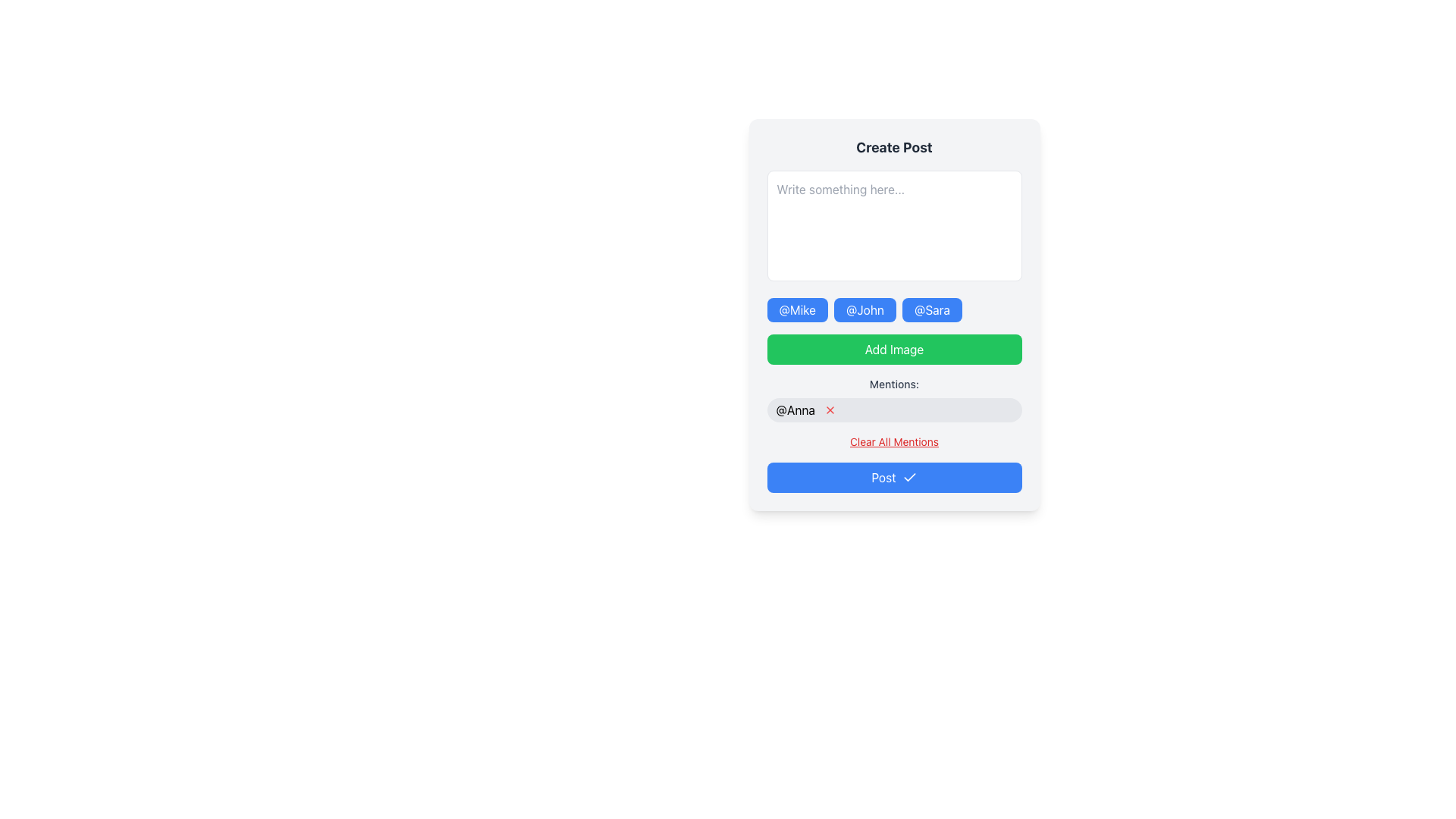 The height and width of the screenshot is (819, 1456). Describe the element at coordinates (796, 309) in the screenshot. I see `the '@Mike' mention tag button, which is the first button in a row of user mention buttons located below the 'Create Post' text input box` at that location.